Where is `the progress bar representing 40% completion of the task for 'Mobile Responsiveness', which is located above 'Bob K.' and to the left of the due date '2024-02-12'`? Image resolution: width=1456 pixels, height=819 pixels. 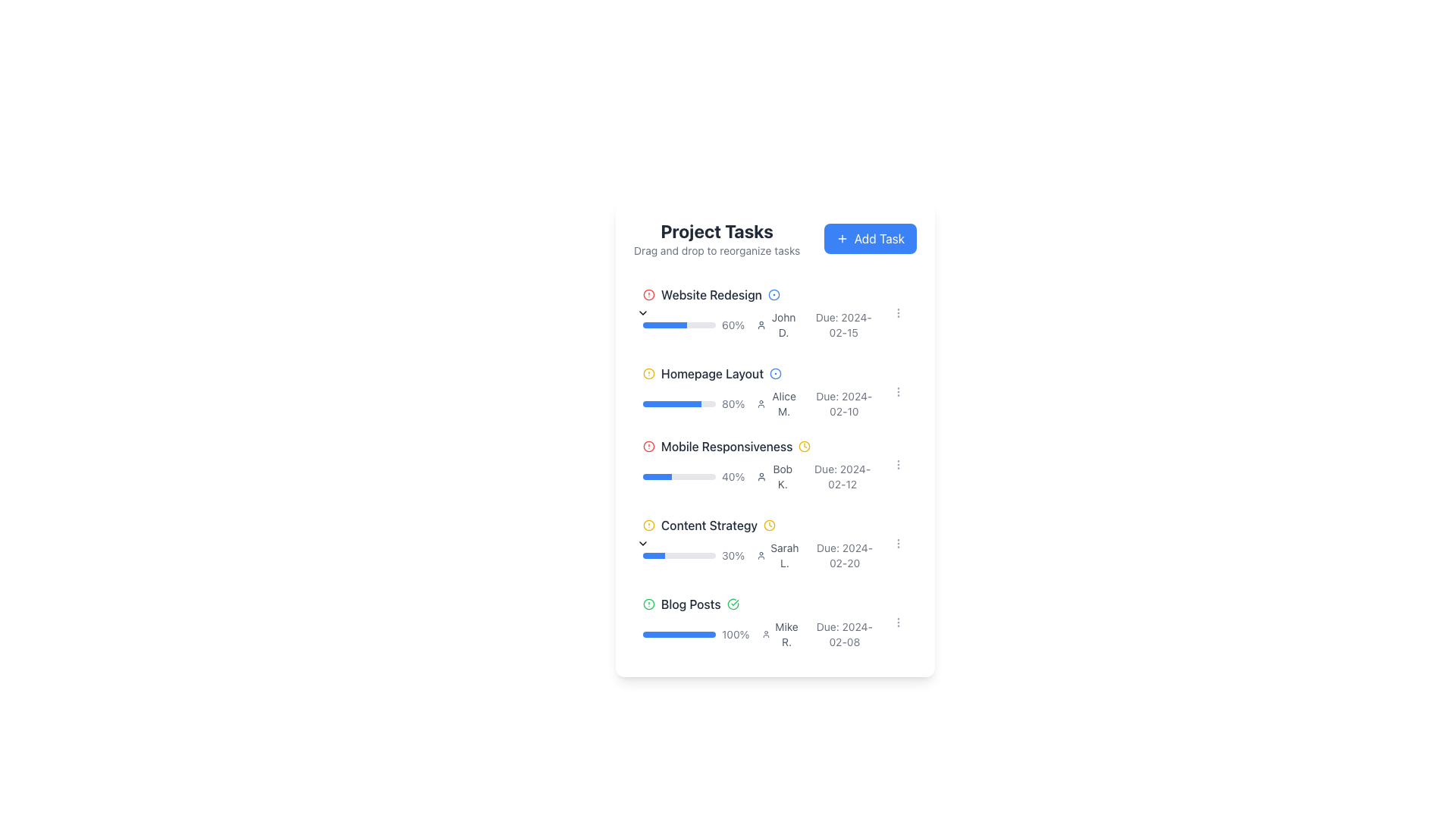
the progress bar representing 40% completion of the task for 'Mobile Responsiveness', which is located above 'Bob K.' and to the left of the due date '2024-02-12' is located at coordinates (693, 475).